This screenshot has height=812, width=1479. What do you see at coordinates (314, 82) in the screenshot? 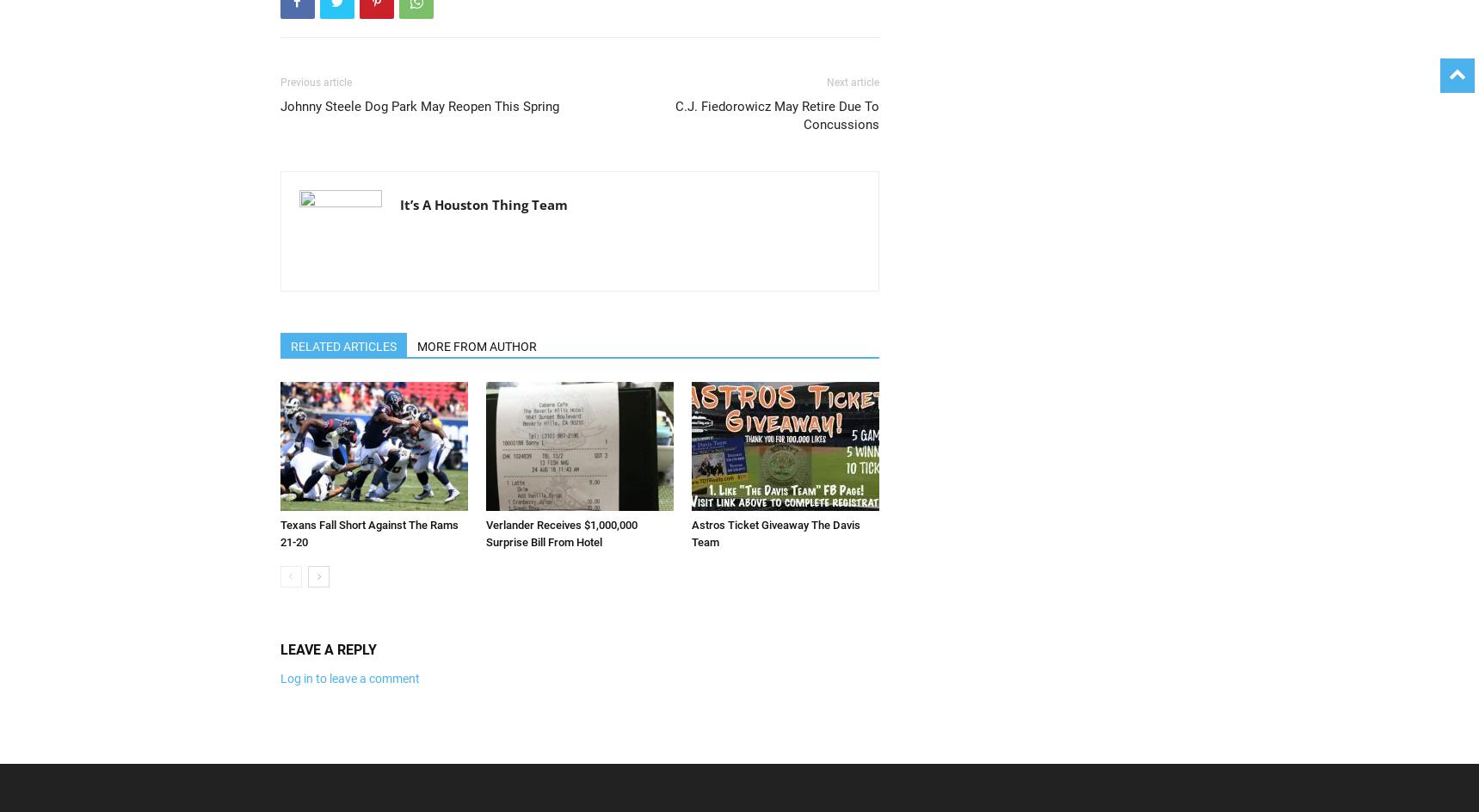
I see `'Previous article'` at bounding box center [314, 82].